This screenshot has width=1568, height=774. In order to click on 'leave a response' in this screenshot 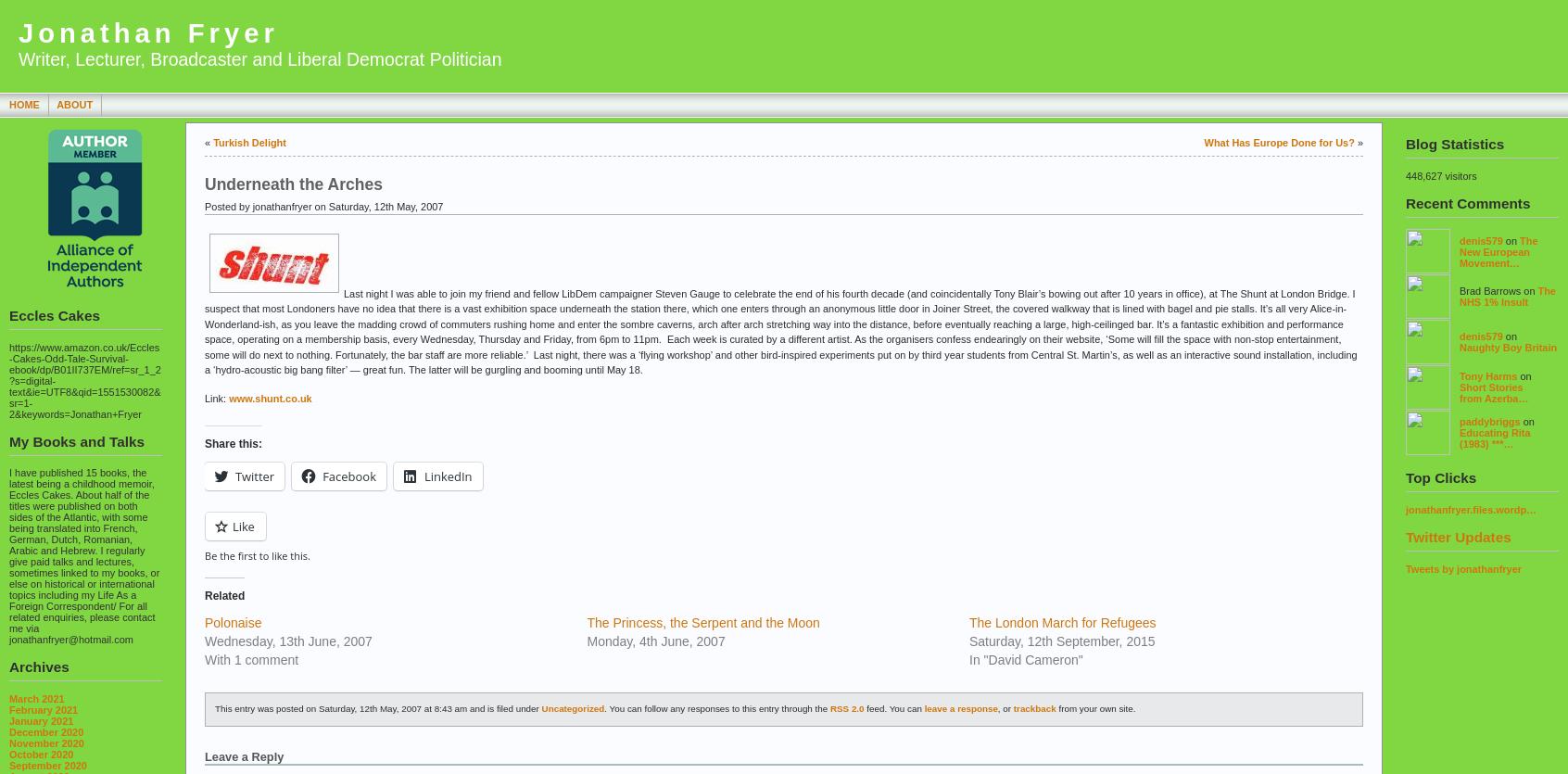, I will do `click(959, 707)`.